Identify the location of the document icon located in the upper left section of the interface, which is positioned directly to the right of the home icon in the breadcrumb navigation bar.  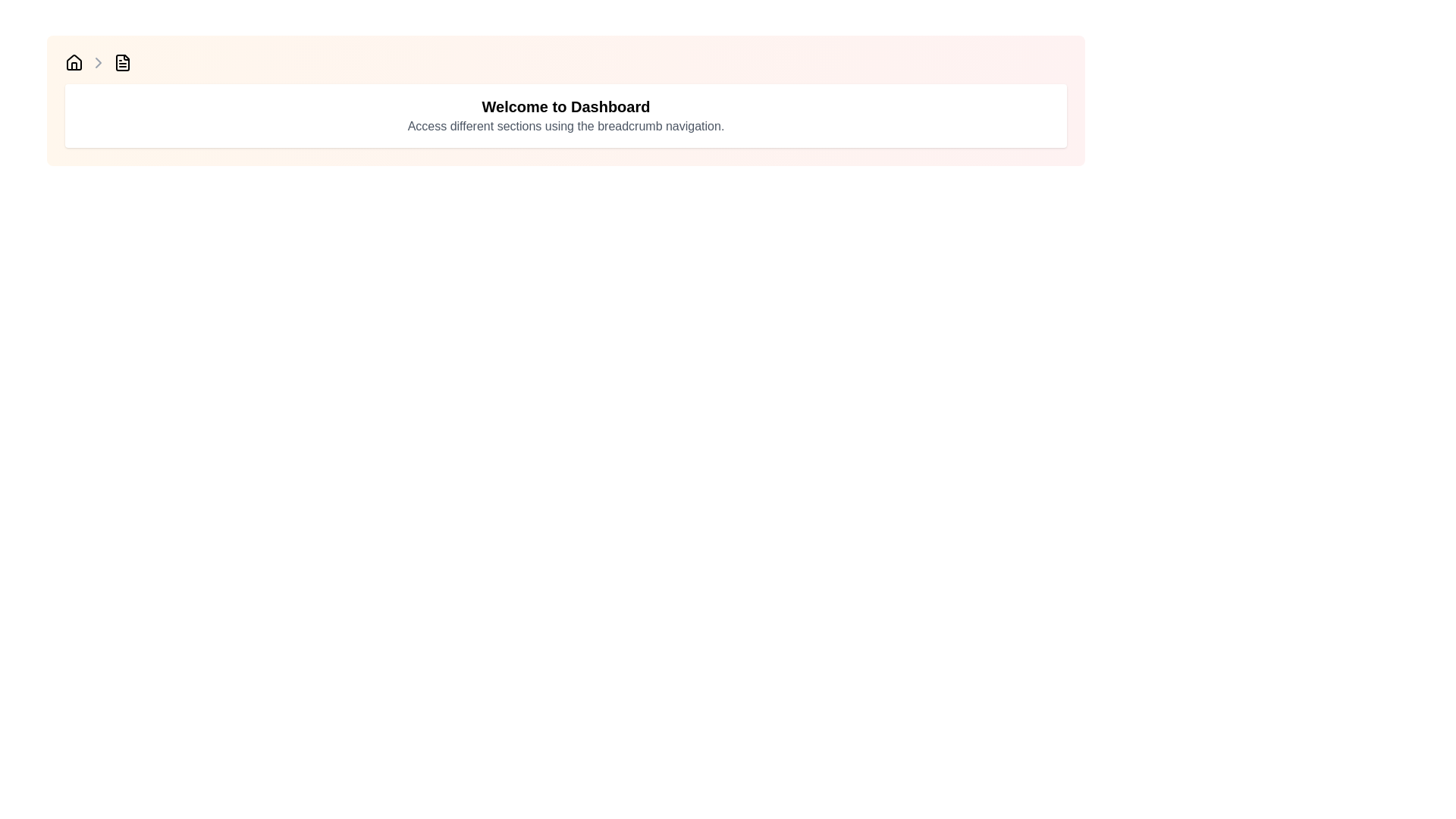
(123, 62).